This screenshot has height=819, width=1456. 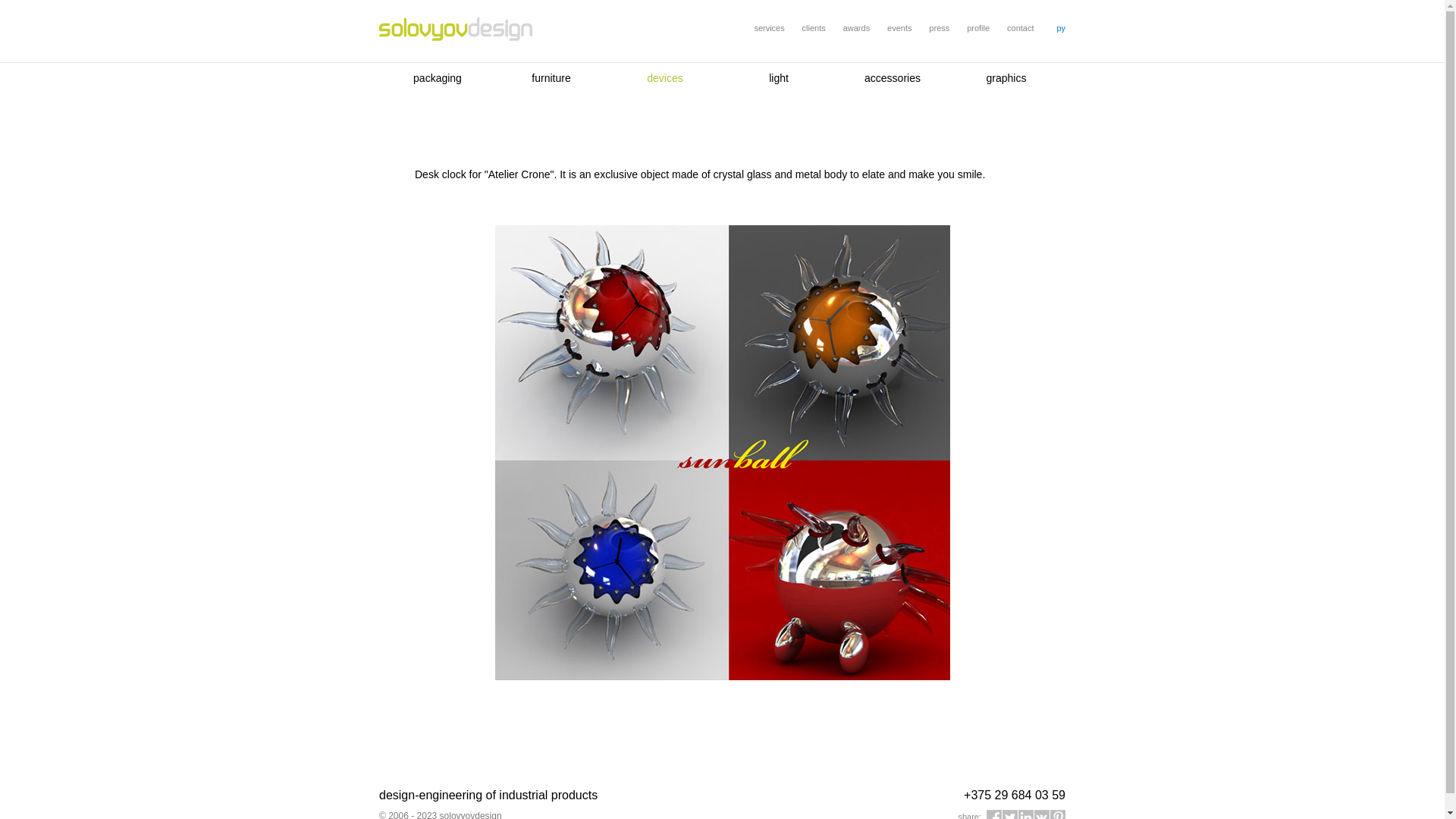 I want to click on 'devices', so click(x=664, y=78).